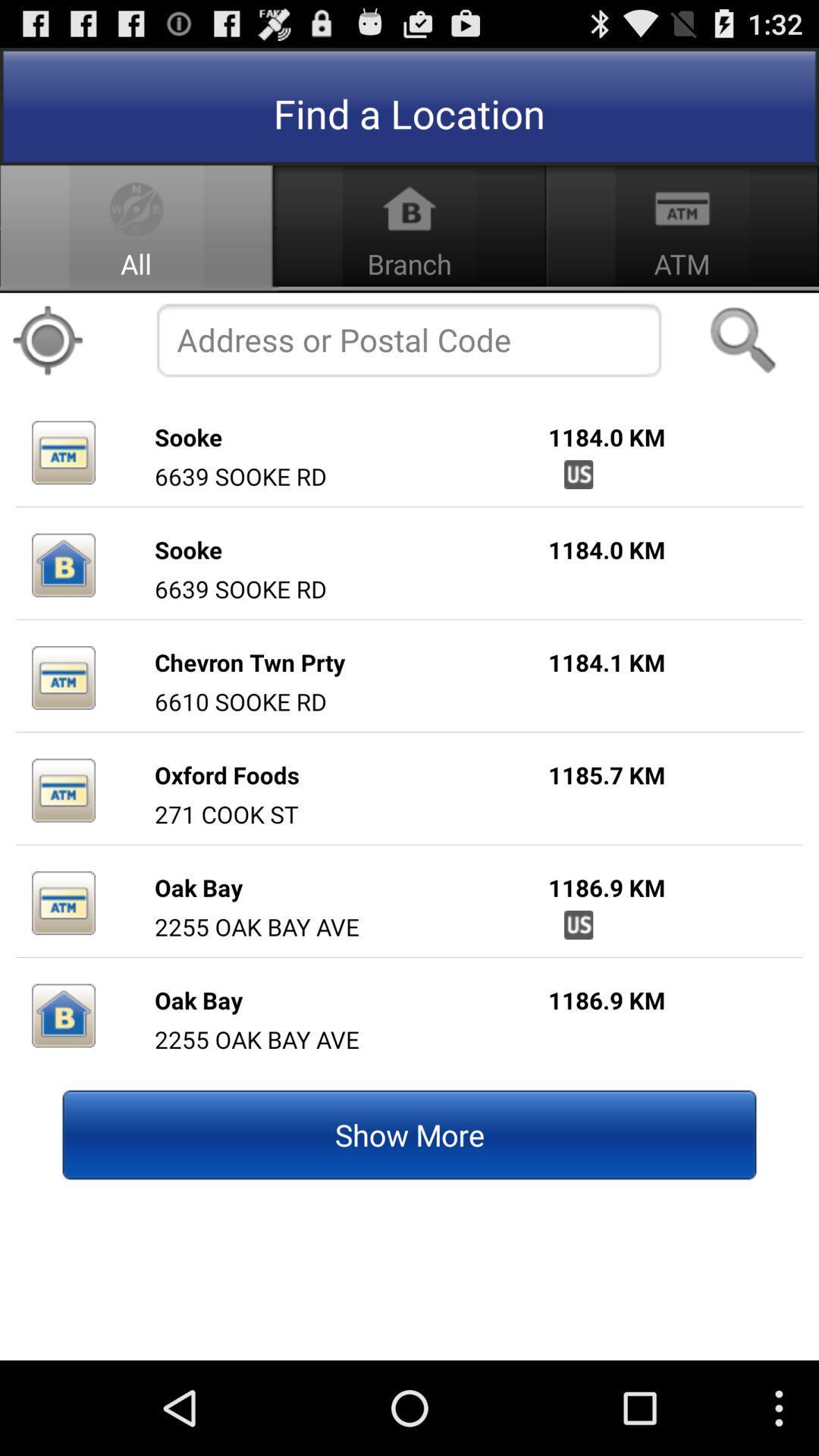  Describe the element at coordinates (409, 1134) in the screenshot. I see `the show more icon` at that location.